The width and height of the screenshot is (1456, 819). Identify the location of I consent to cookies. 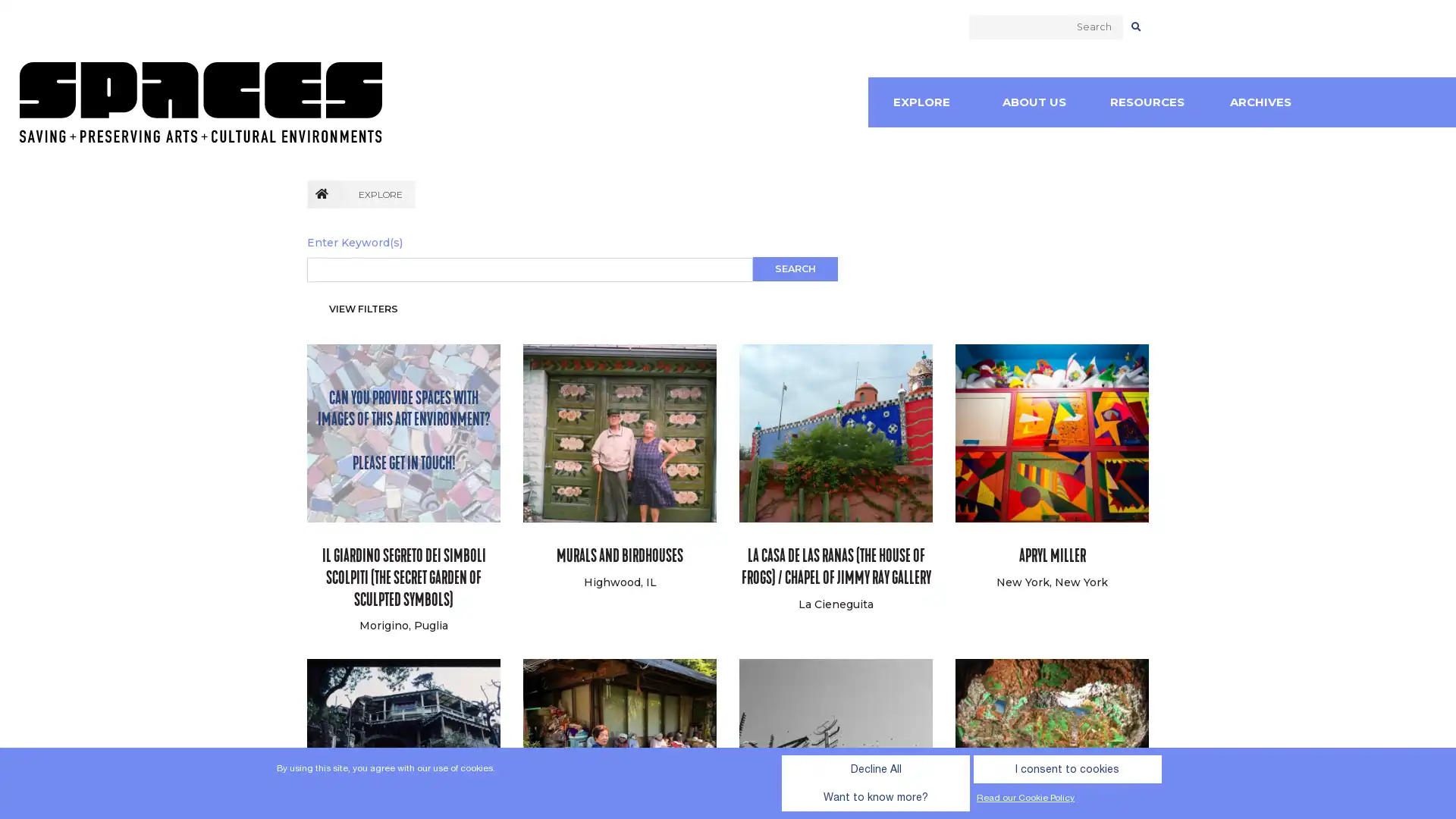
(870, 796).